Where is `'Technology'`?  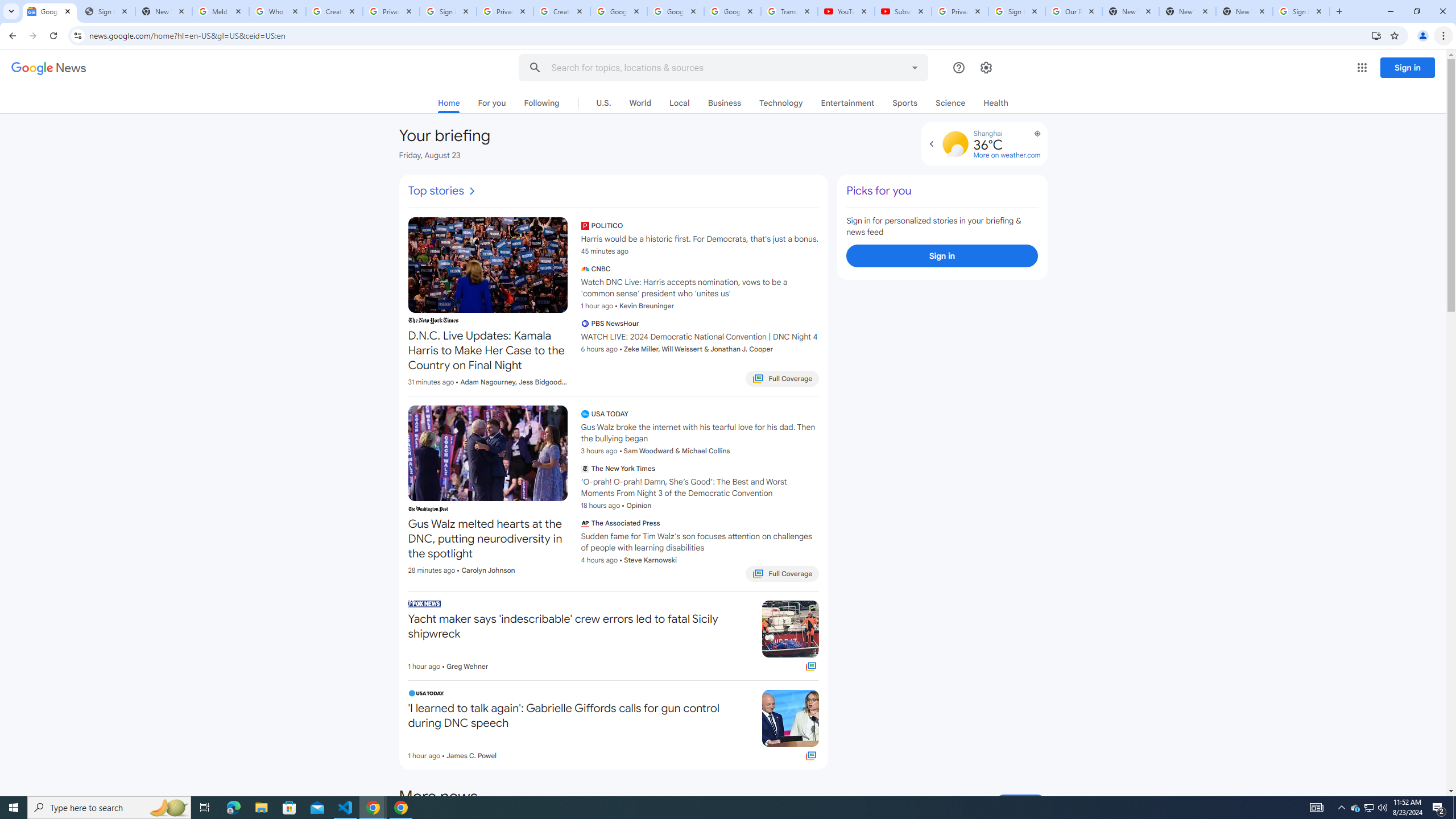
'Technology' is located at coordinates (781, 102).